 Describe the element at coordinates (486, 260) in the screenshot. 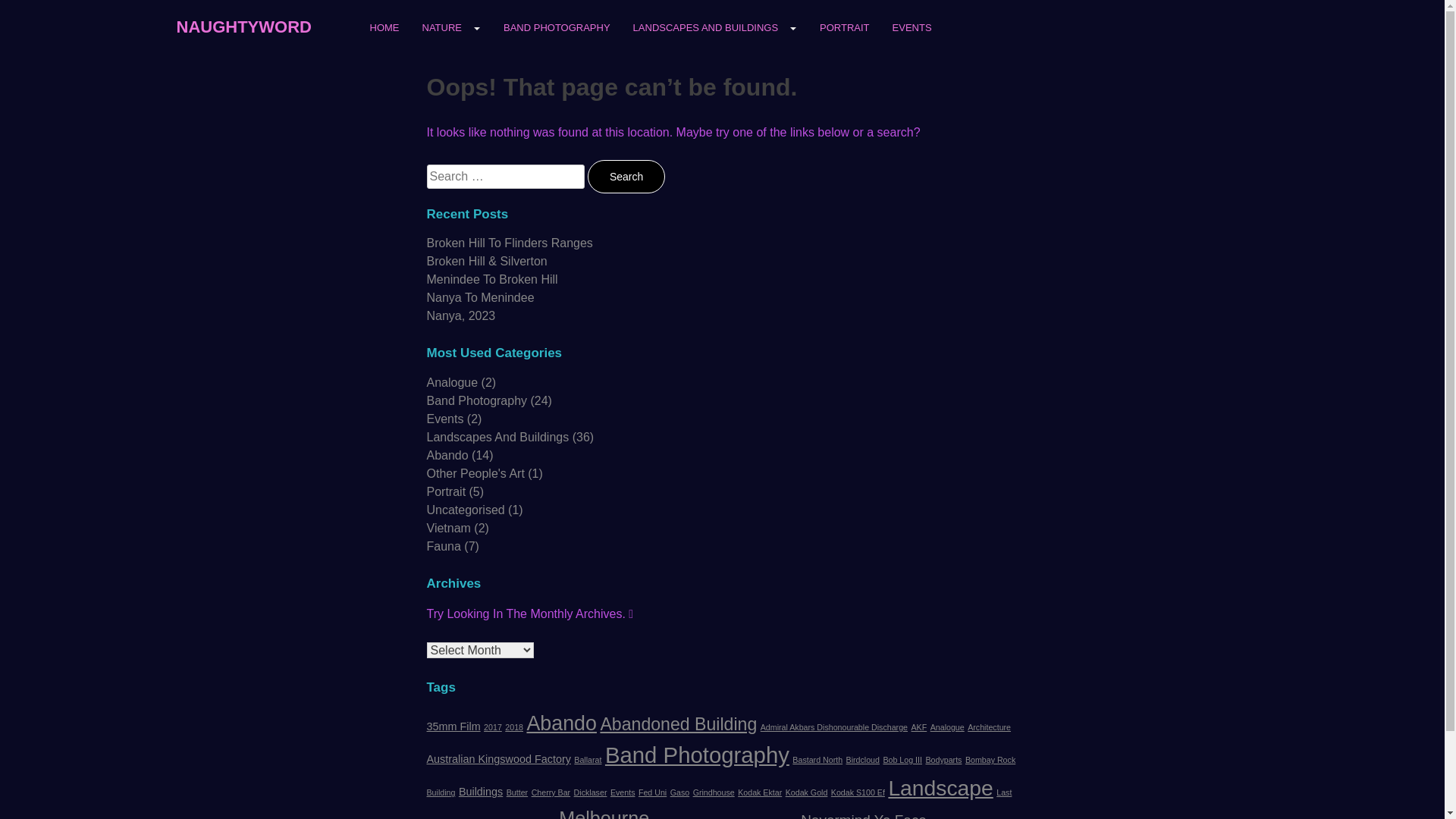

I see `'Broken Hill & Silverton'` at that location.